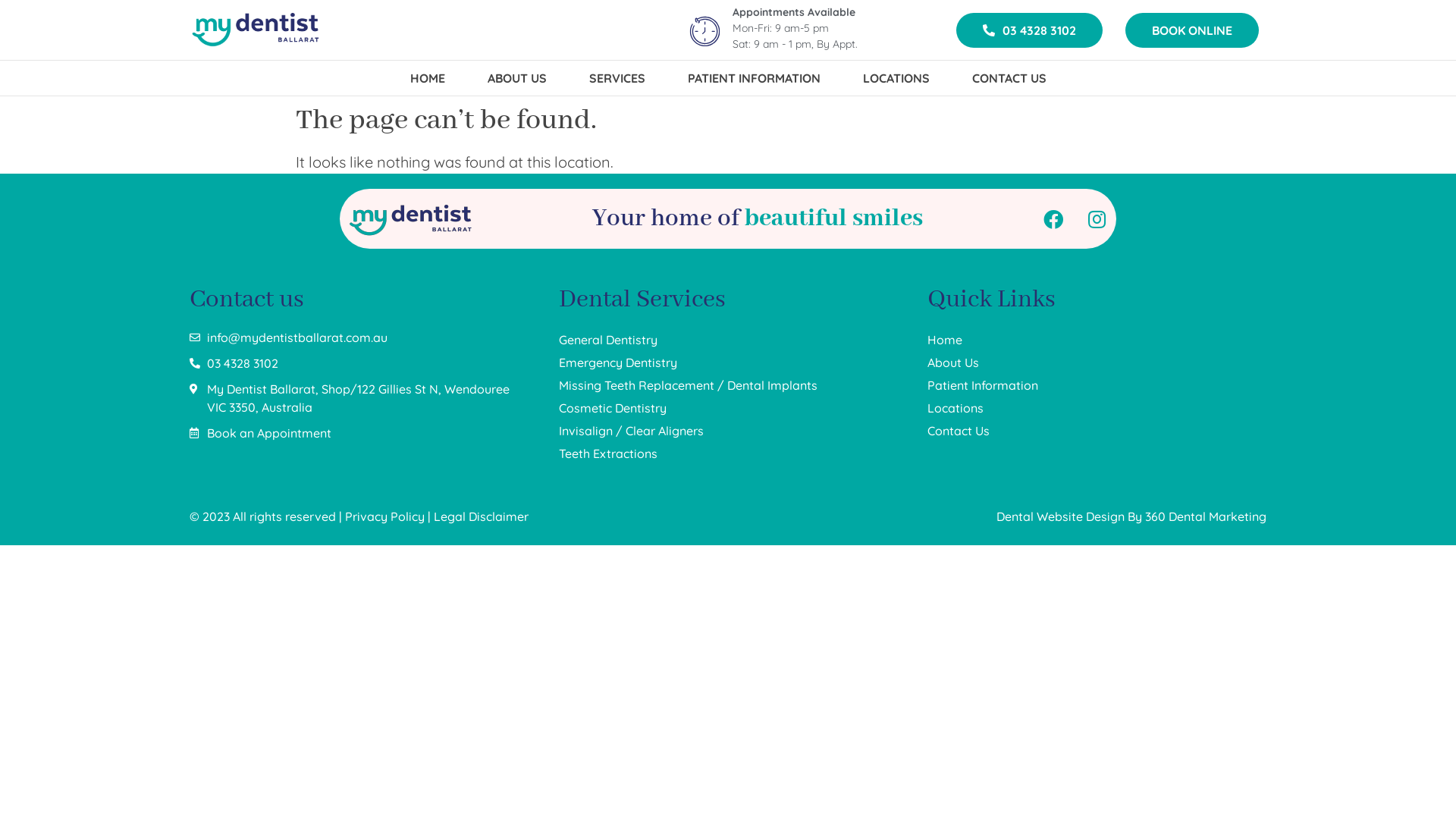 Image resolution: width=1456 pixels, height=819 pixels. What do you see at coordinates (616, 78) in the screenshot?
I see `'SERVICES'` at bounding box center [616, 78].